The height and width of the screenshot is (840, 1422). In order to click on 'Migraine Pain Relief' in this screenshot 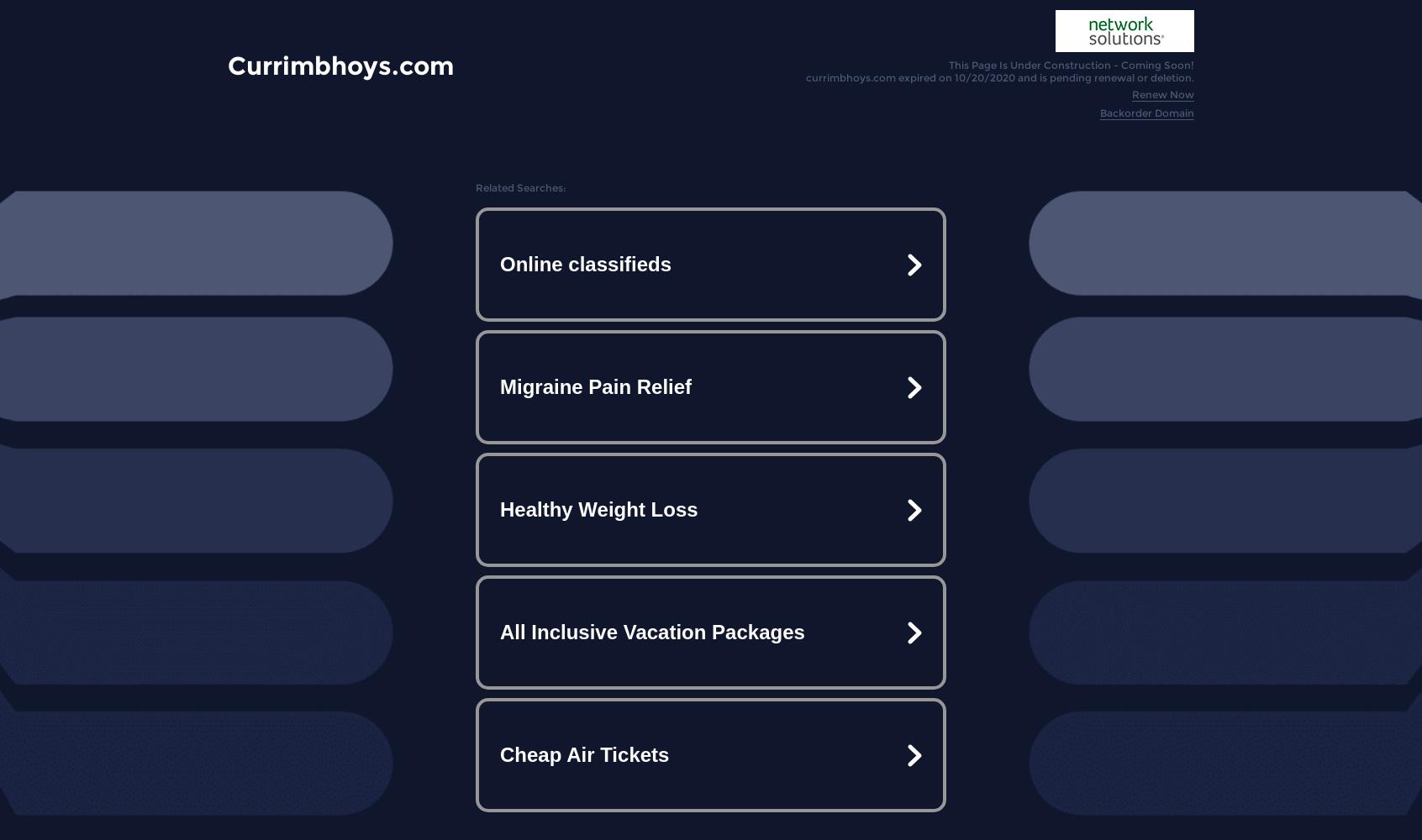, I will do `click(499, 386)`.